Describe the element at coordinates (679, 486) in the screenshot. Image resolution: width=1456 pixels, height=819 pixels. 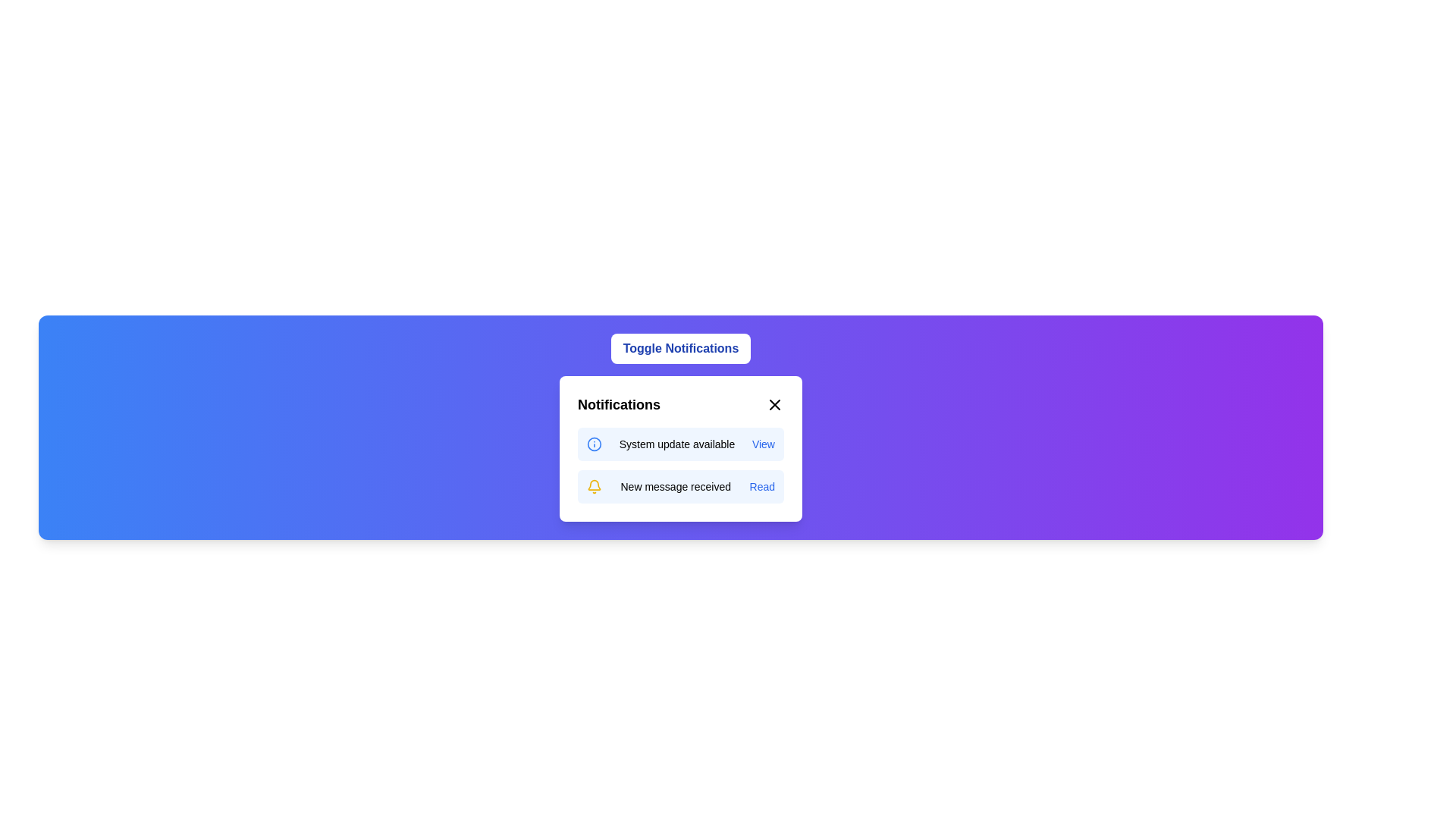
I see `the second notification item in the notification box` at that location.